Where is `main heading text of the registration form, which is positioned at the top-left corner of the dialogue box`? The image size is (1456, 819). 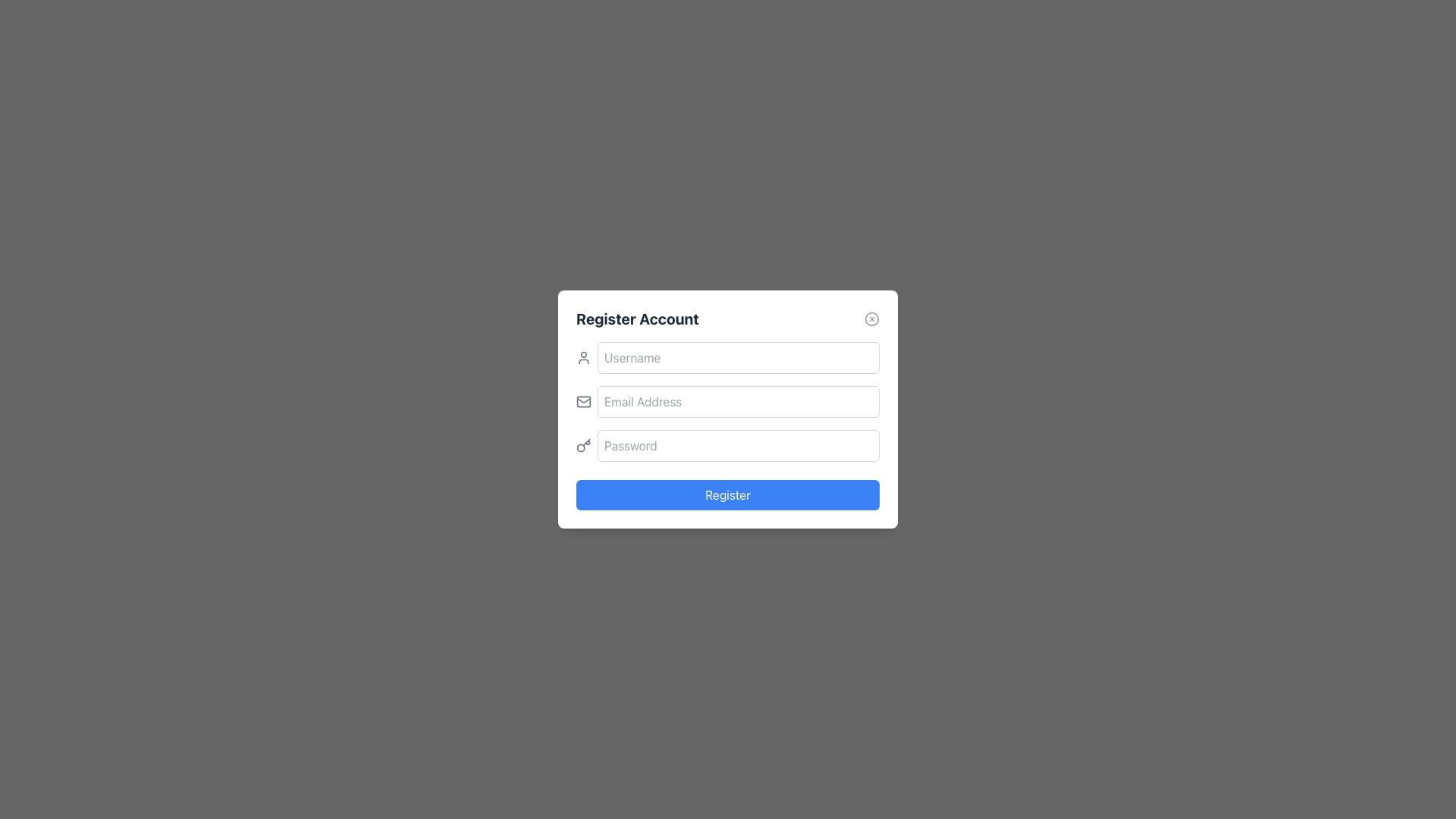
main heading text of the registration form, which is positioned at the top-left corner of the dialogue box is located at coordinates (637, 318).